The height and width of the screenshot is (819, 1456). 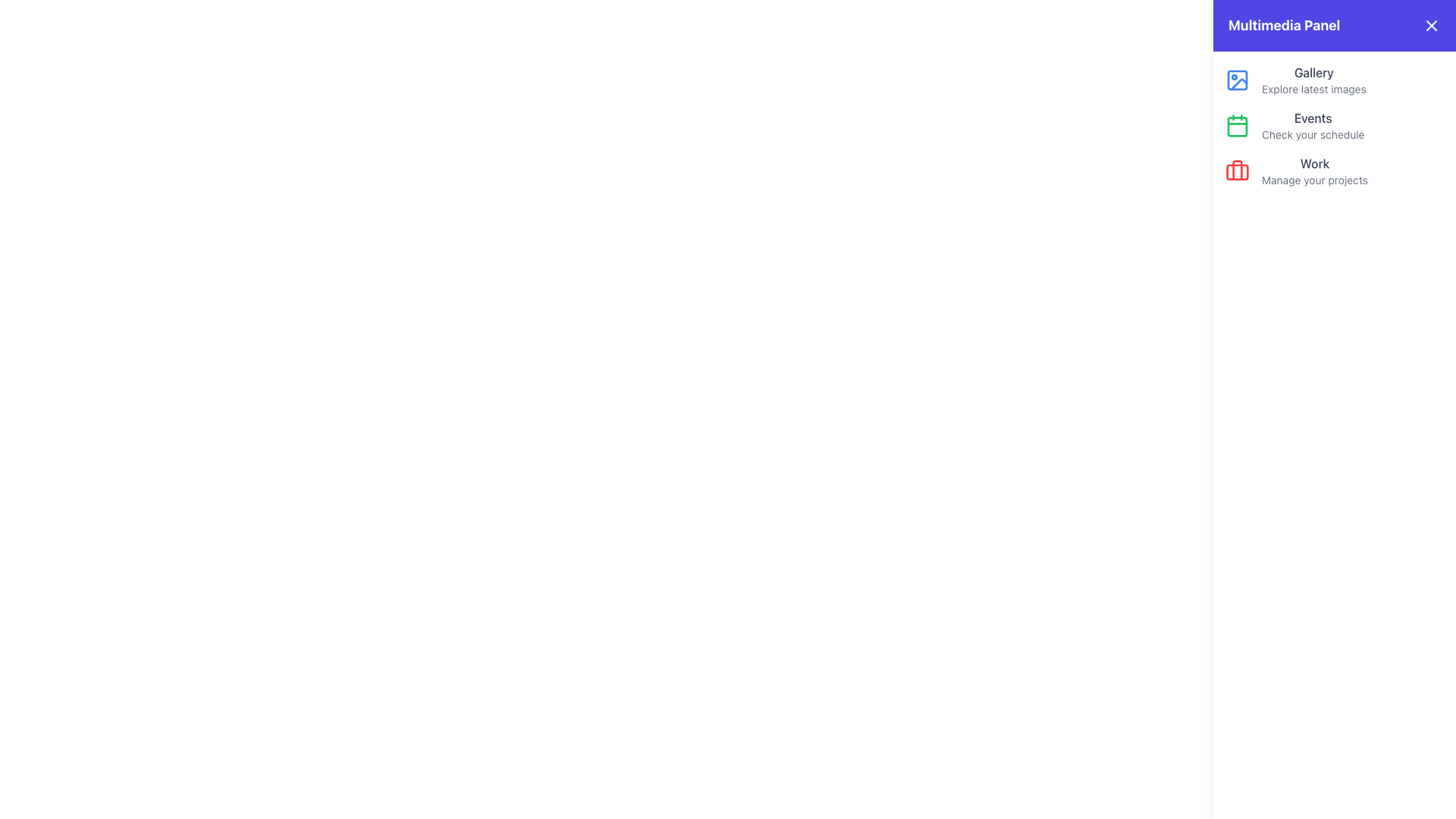 What do you see at coordinates (1238, 125) in the screenshot?
I see `the Icon Content Area of the calendar icon` at bounding box center [1238, 125].